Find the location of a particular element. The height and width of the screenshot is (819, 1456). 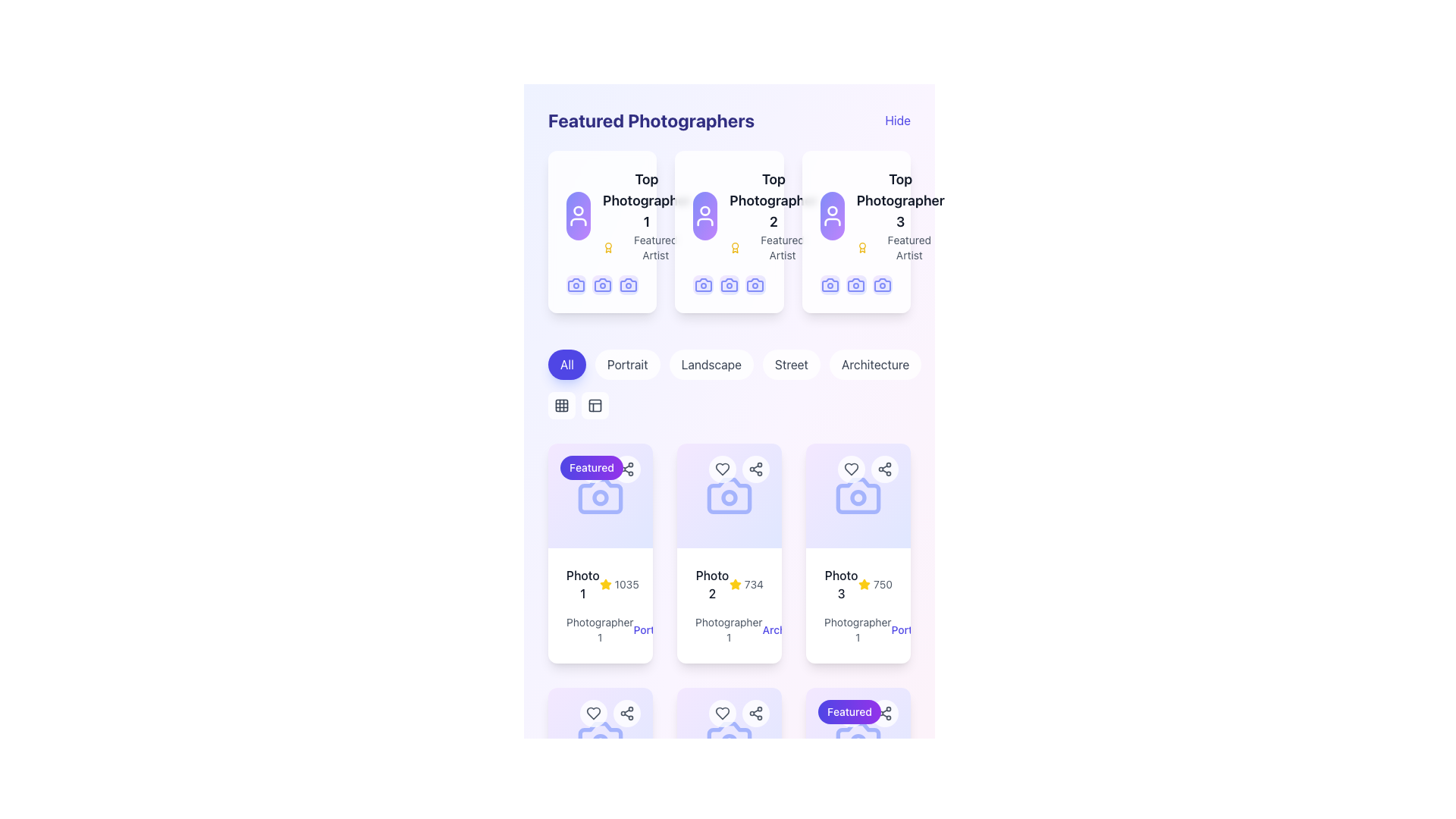

the gray square-shaped icon button depicting a grid layout is located at coordinates (595, 405).